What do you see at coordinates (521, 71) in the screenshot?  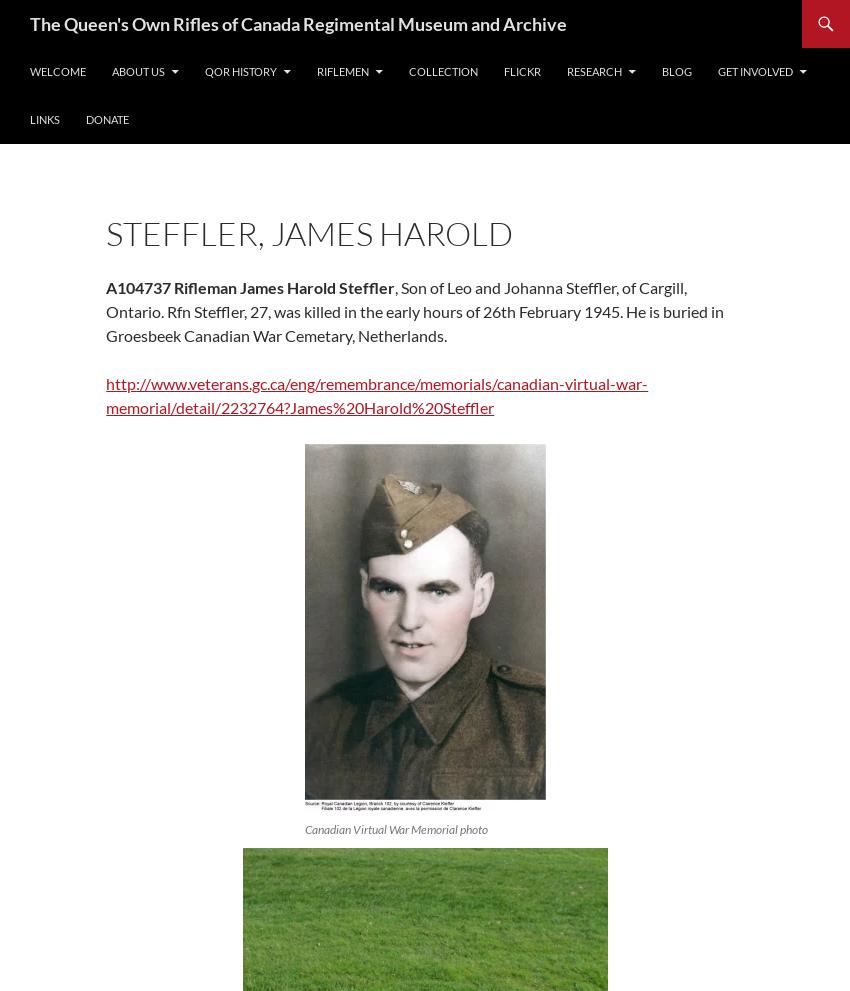 I see `'Flickr'` at bounding box center [521, 71].